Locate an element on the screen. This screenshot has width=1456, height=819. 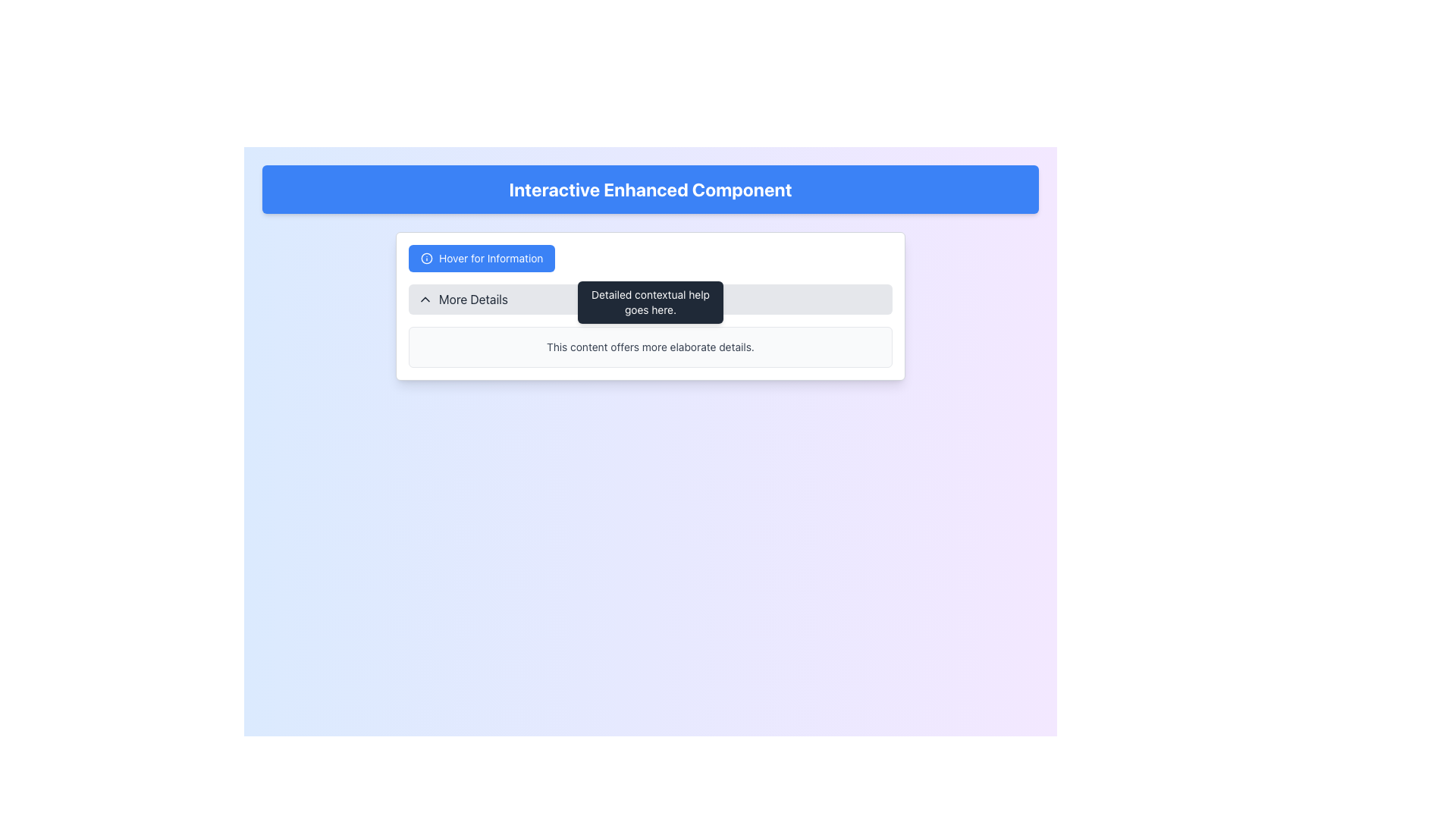
text label displaying 'More Details' which is located within a gray background bar, adjacent to a chevron-down arrow icon is located at coordinates (472, 299).